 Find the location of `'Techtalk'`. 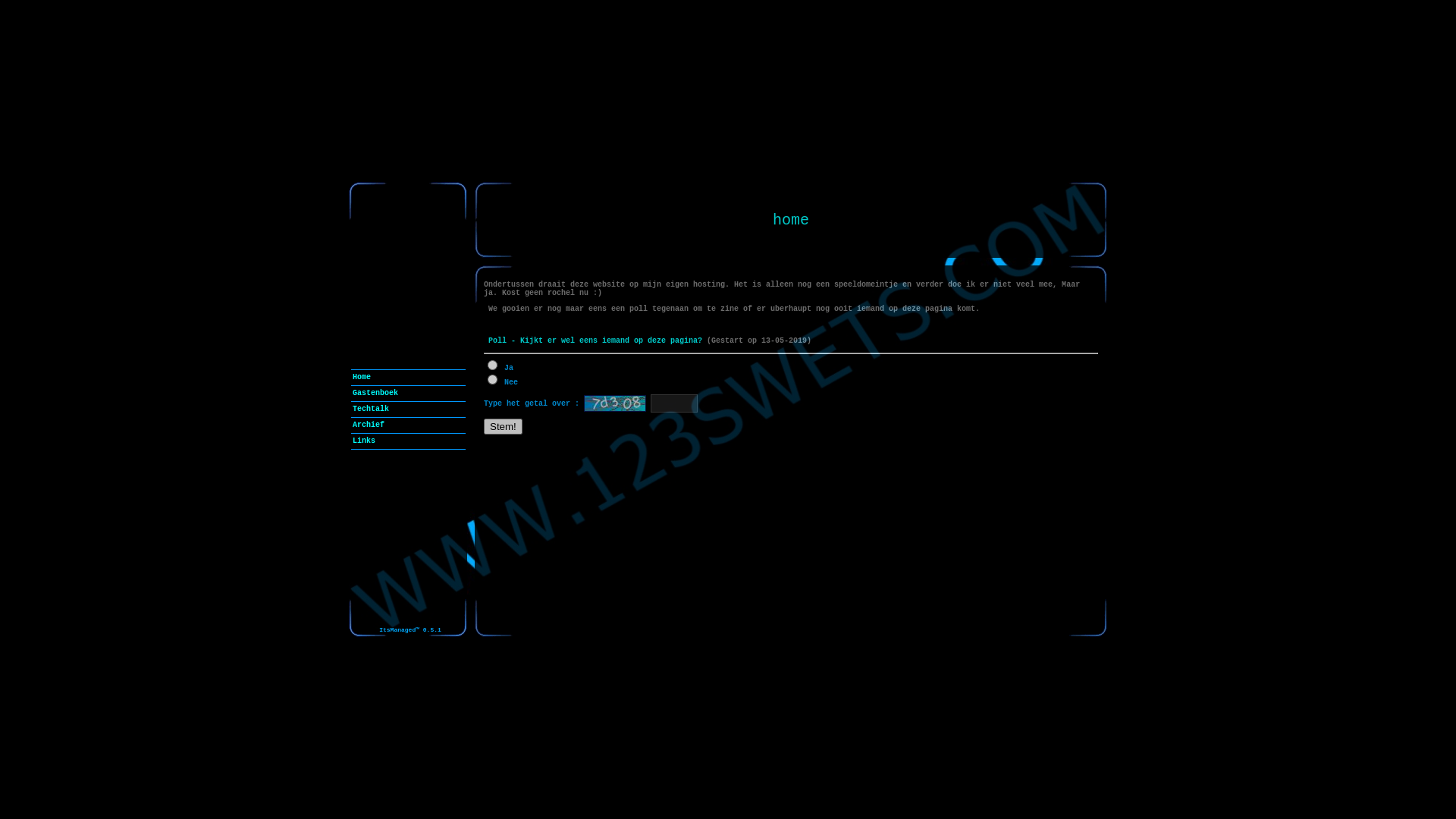

'Techtalk' is located at coordinates (352, 409).